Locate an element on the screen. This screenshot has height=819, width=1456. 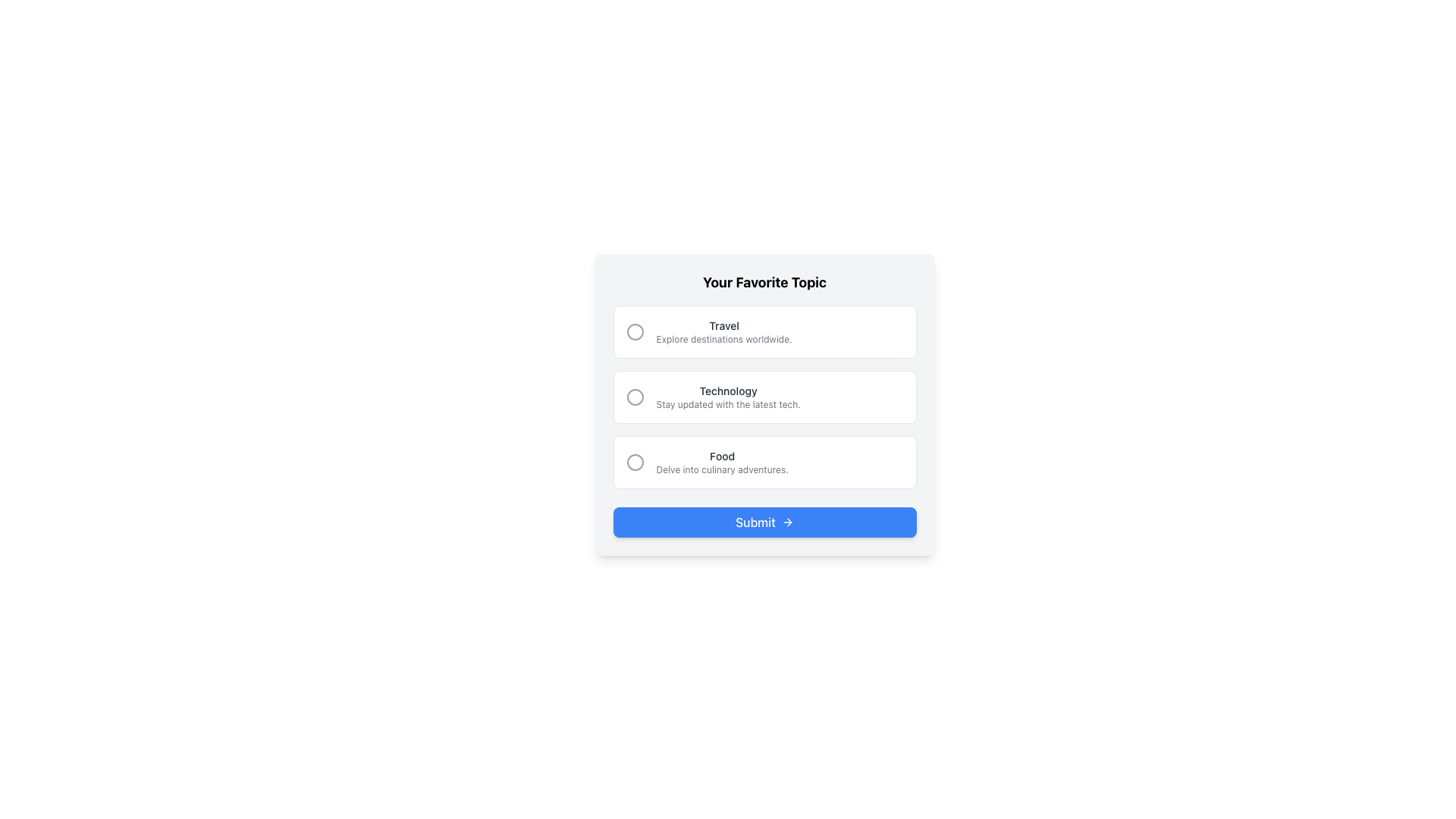
the text display that shows 'Food' and 'Delve into culinary adventures' is located at coordinates (721, 461).